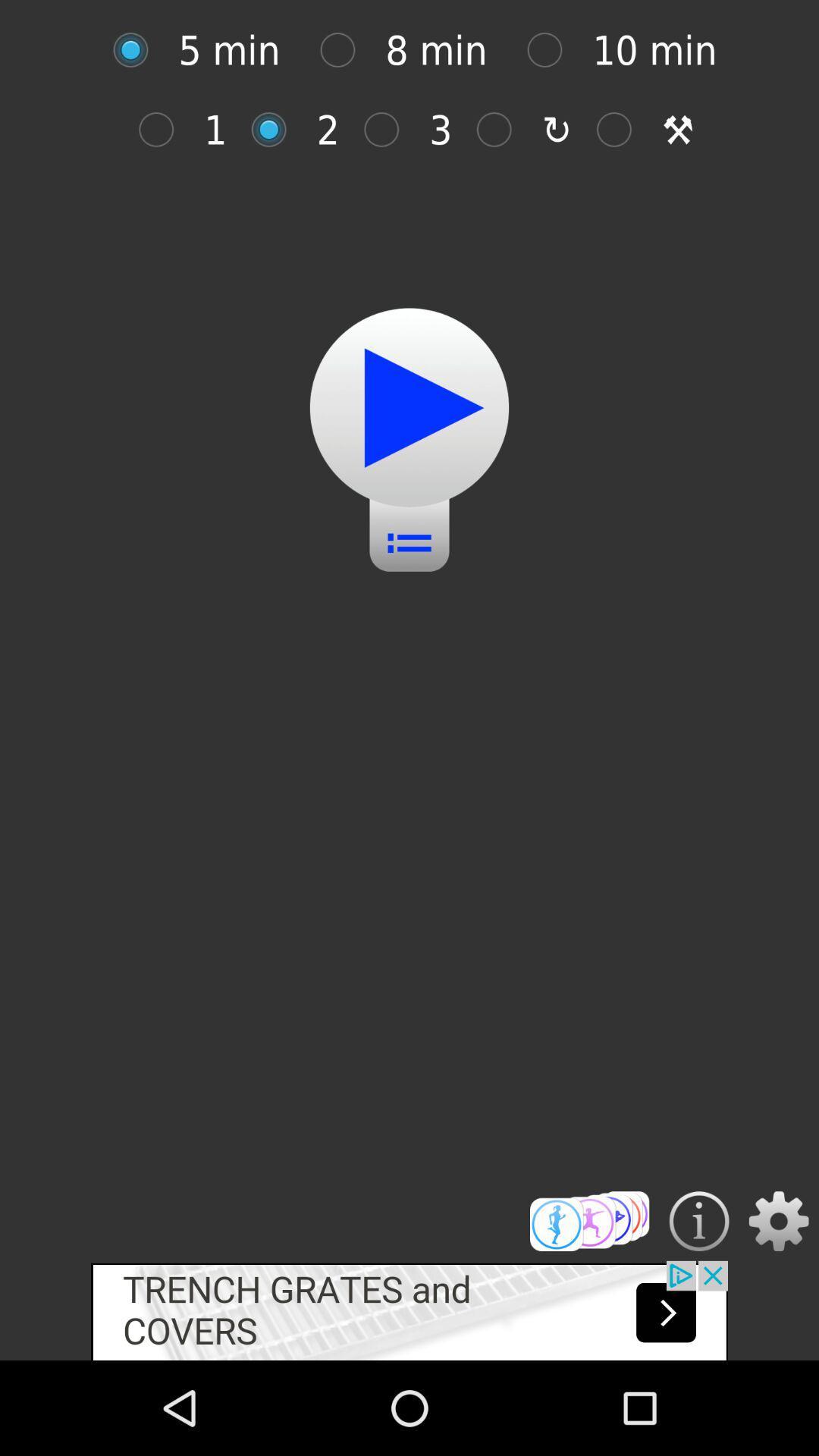 The width and height of the screenshot is (819, 1456). I want to click on displays information, so click(699, 1221).